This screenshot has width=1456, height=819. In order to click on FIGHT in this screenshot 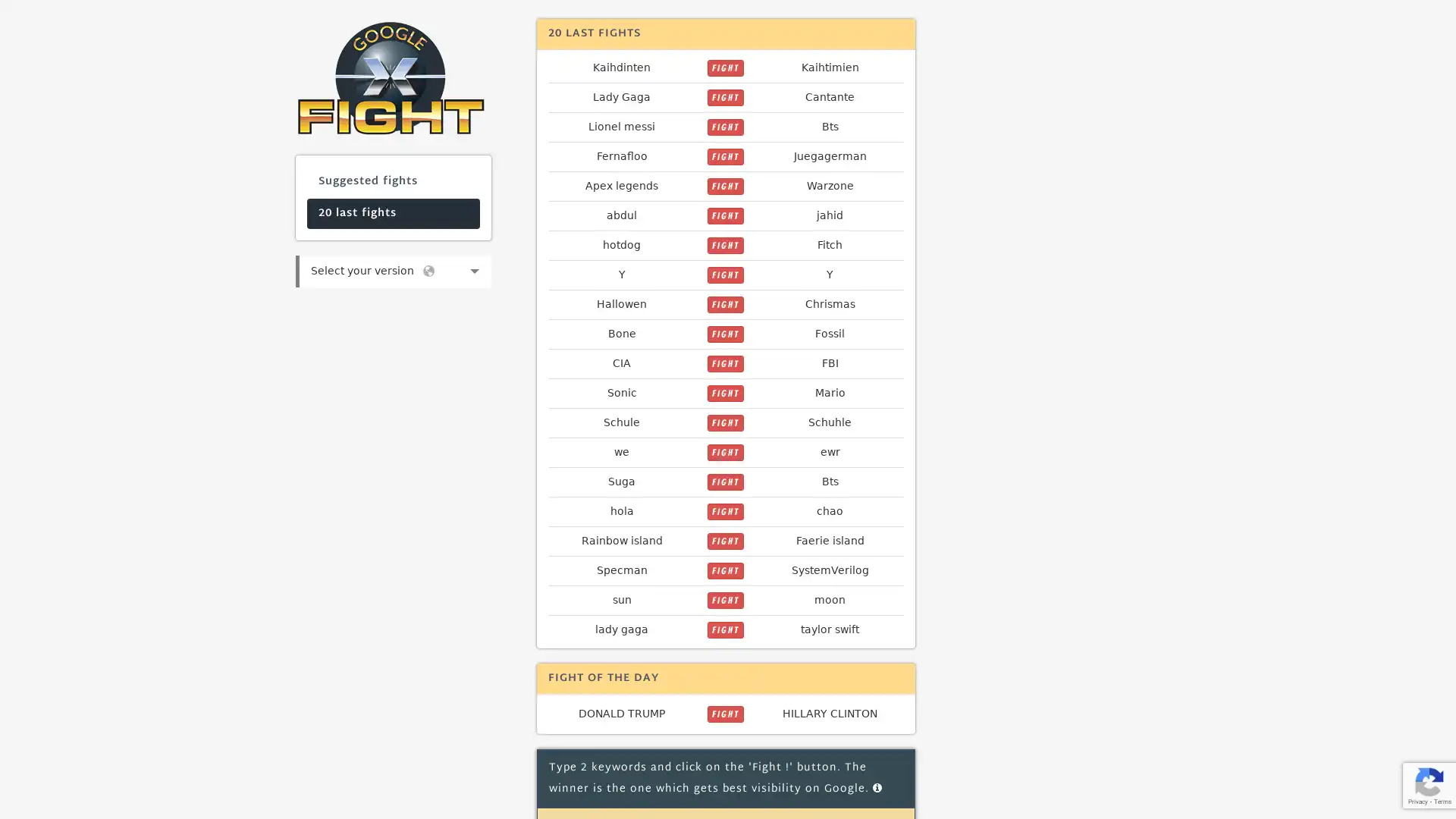, I will do `click(724, 570)`.